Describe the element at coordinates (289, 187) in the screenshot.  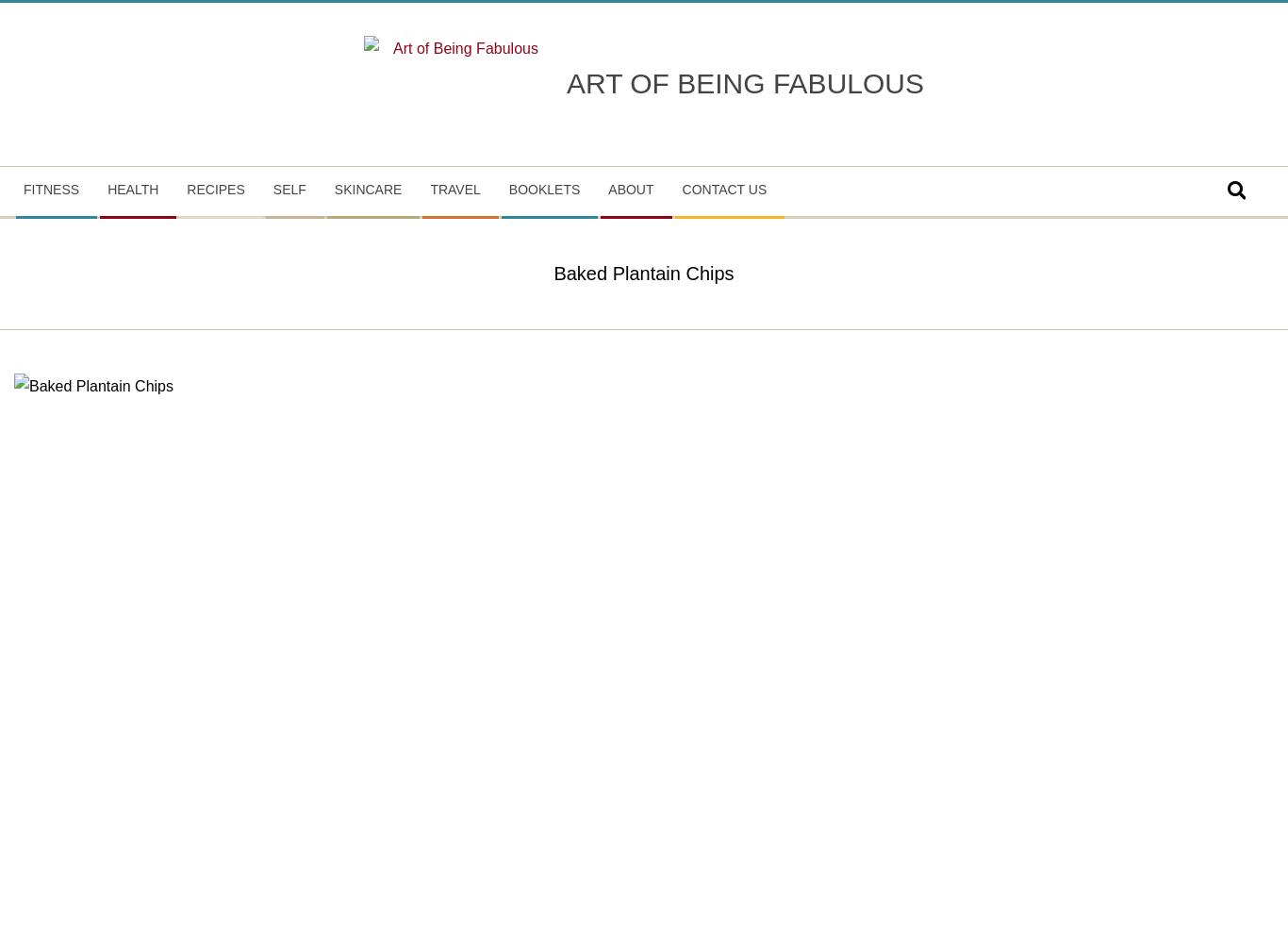
I see `'Self'` at that location.